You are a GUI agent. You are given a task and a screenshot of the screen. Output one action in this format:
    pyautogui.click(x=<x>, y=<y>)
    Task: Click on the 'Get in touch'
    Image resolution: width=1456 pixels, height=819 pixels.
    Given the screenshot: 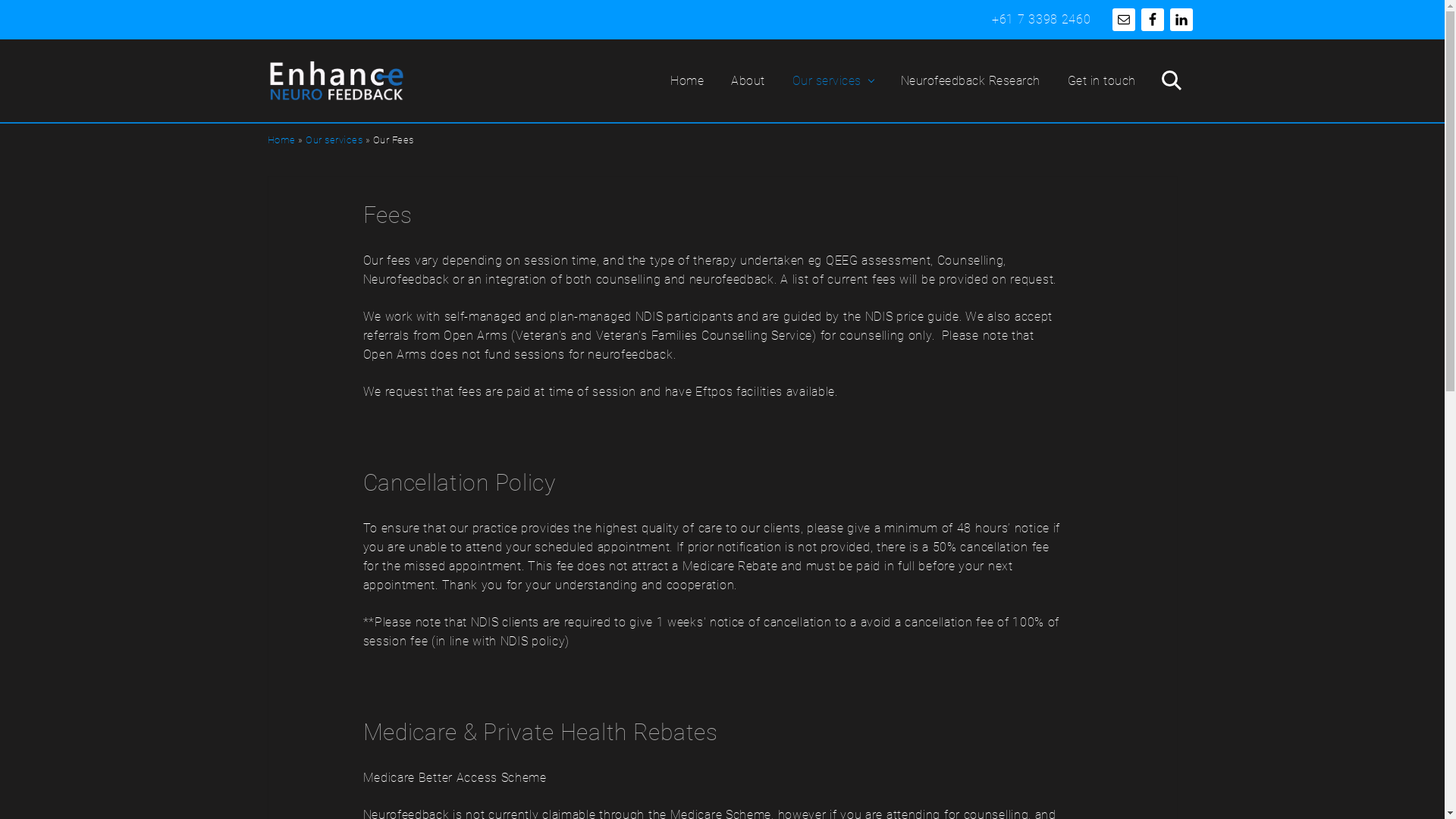 What is the action you would take?
    pyautogui.click(x=1102, y=80)
    